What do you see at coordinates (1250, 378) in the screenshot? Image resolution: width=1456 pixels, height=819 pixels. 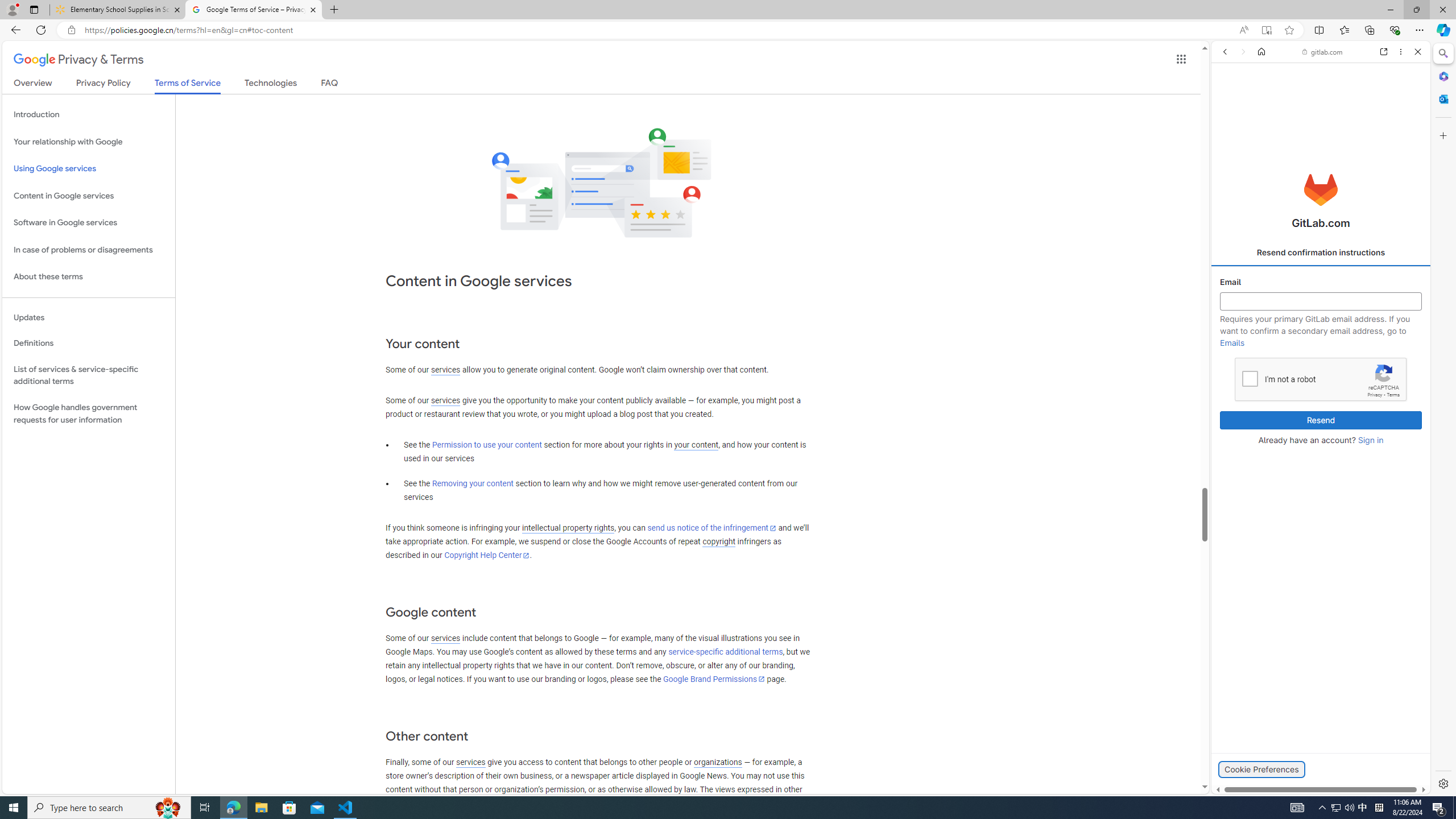 I see `'I'` at bounding box center [1250, 378].